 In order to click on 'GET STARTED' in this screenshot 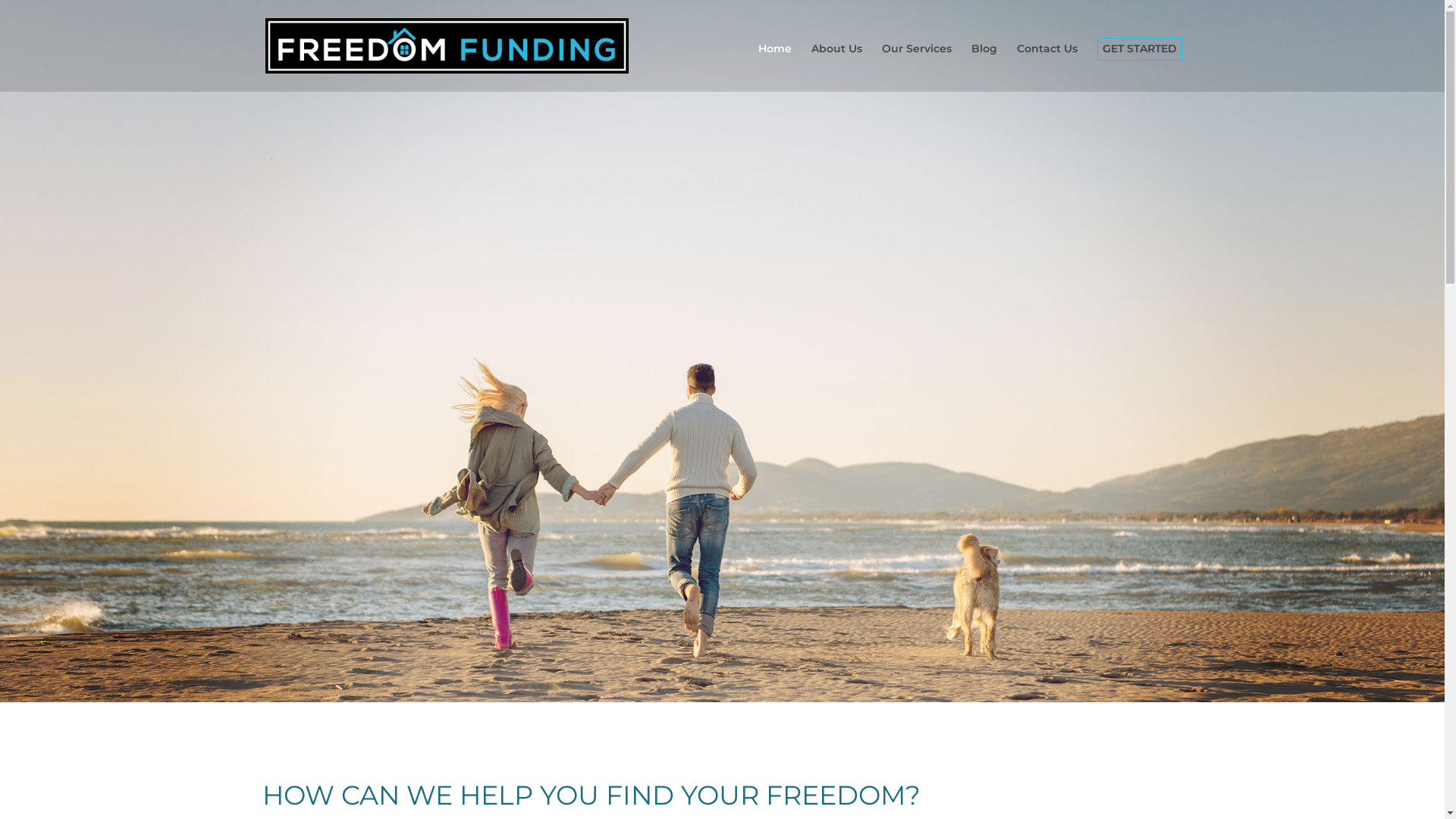, I will do `click(1139, 66)`.